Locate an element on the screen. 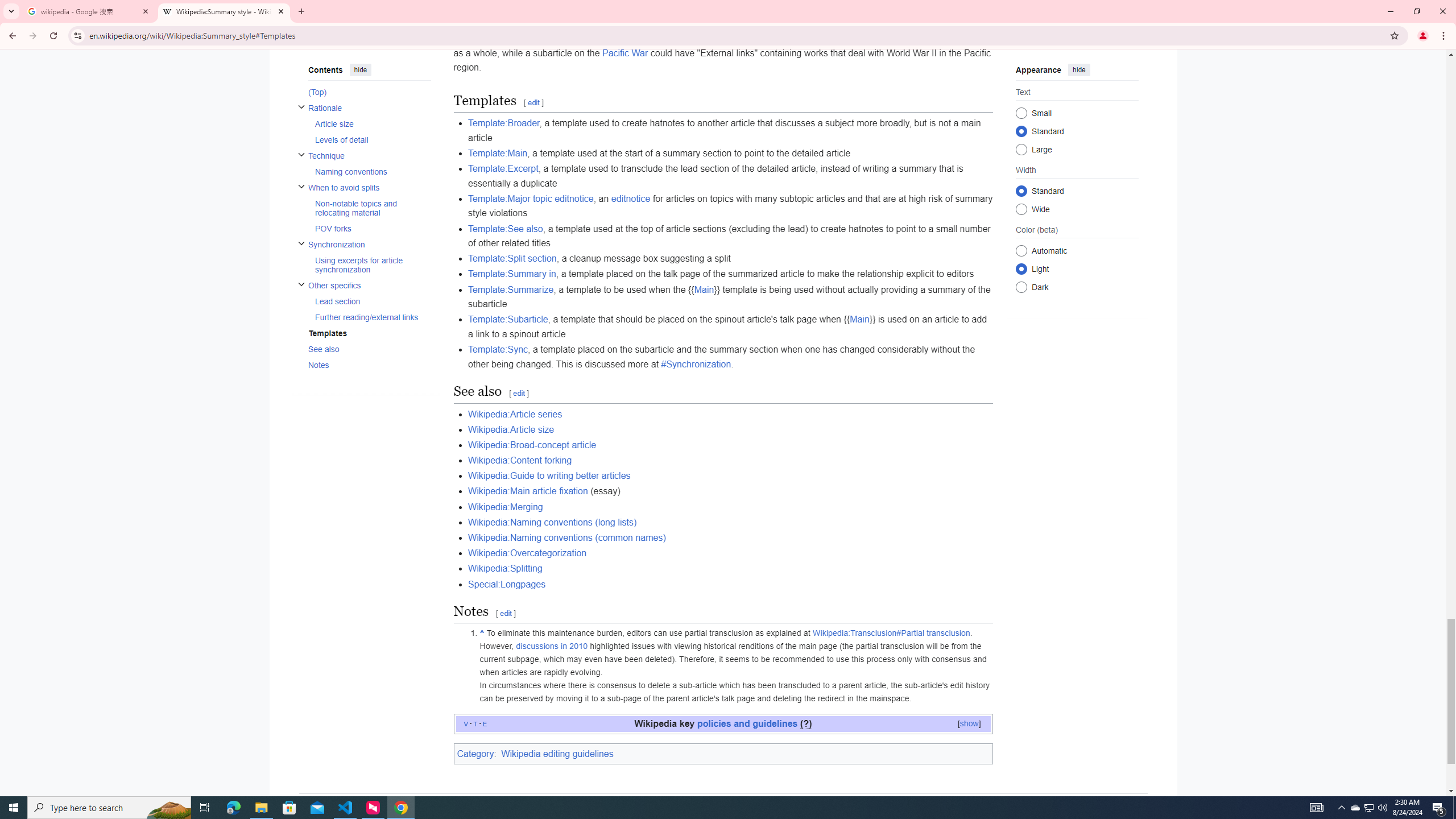 The height and width of the screenshot is (819, 1456). 'Template:Major topic editnotice' is located at coordinates (531, 198).